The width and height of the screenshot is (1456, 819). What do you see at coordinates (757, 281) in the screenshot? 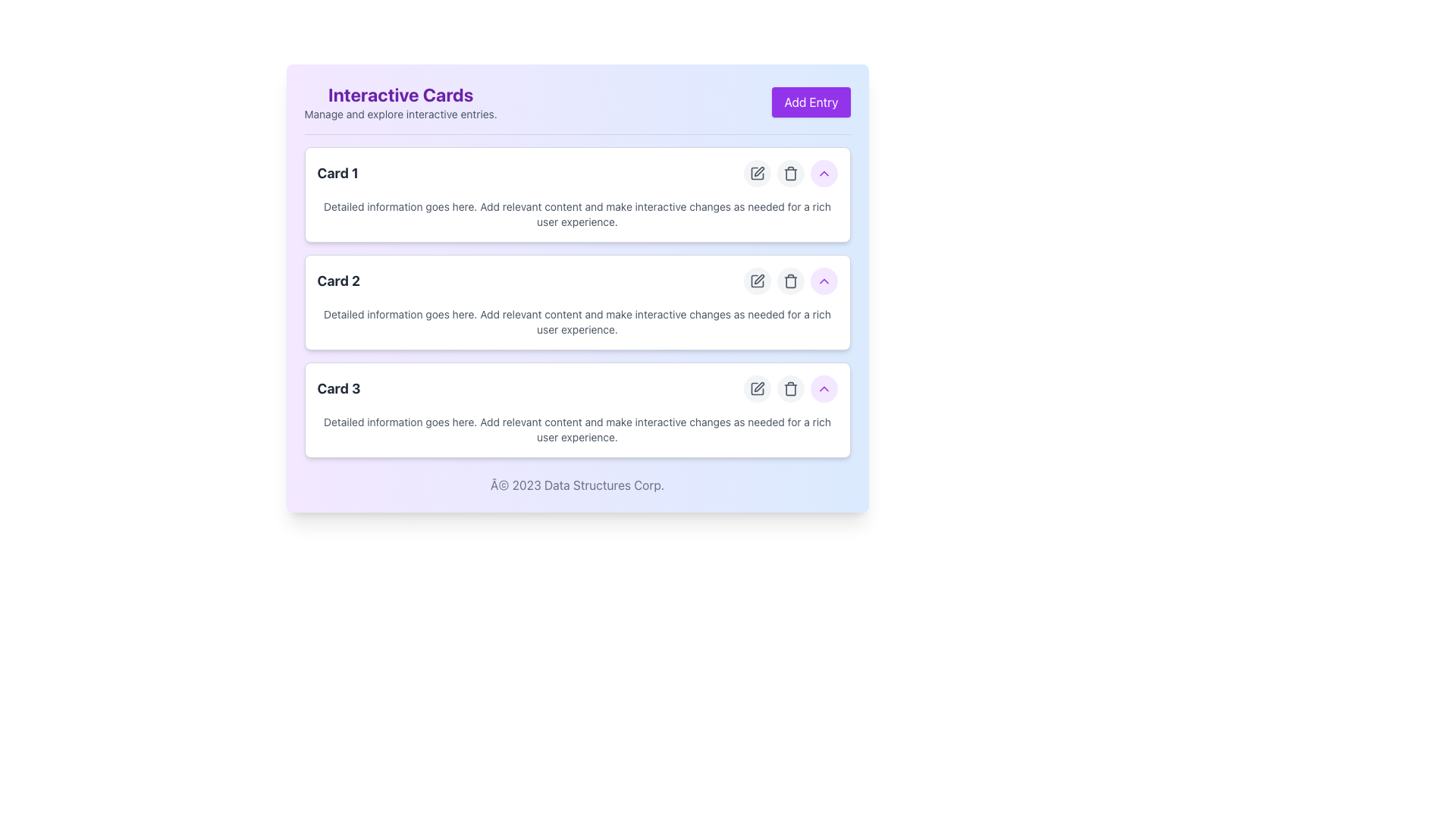
I see `the edit action Button Icon located within a circular button with a light gray background on the right side of the second card in a vertical list of cards` at bounding box center [757, 281].